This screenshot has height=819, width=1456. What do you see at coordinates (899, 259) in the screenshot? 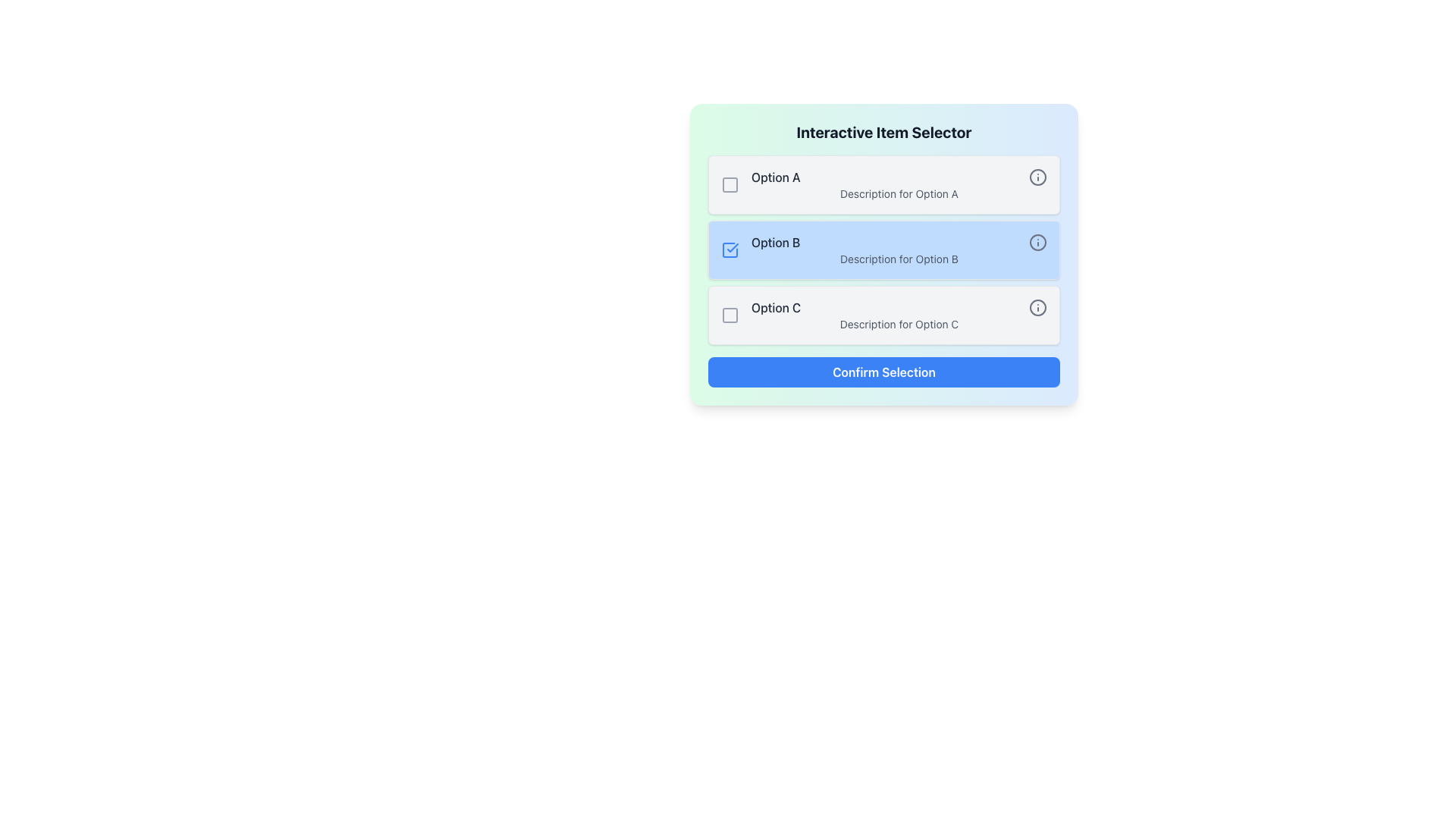
I see `the static text label providing additional information about 'Option B', positioned directly below its corresponding group label` at bounding box center [899, 259].